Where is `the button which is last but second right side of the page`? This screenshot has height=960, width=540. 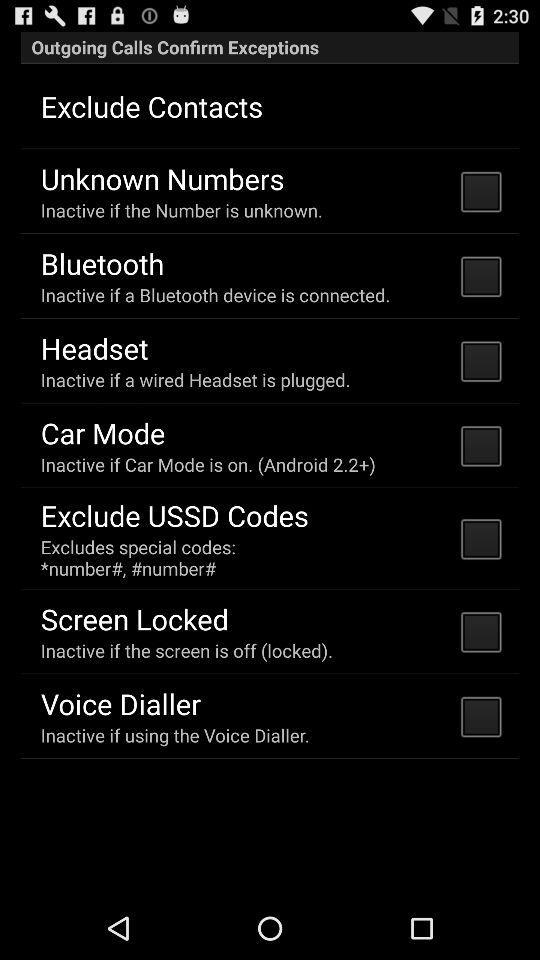 the button which is last but second right side of the page is located at coordinates (479, 537).